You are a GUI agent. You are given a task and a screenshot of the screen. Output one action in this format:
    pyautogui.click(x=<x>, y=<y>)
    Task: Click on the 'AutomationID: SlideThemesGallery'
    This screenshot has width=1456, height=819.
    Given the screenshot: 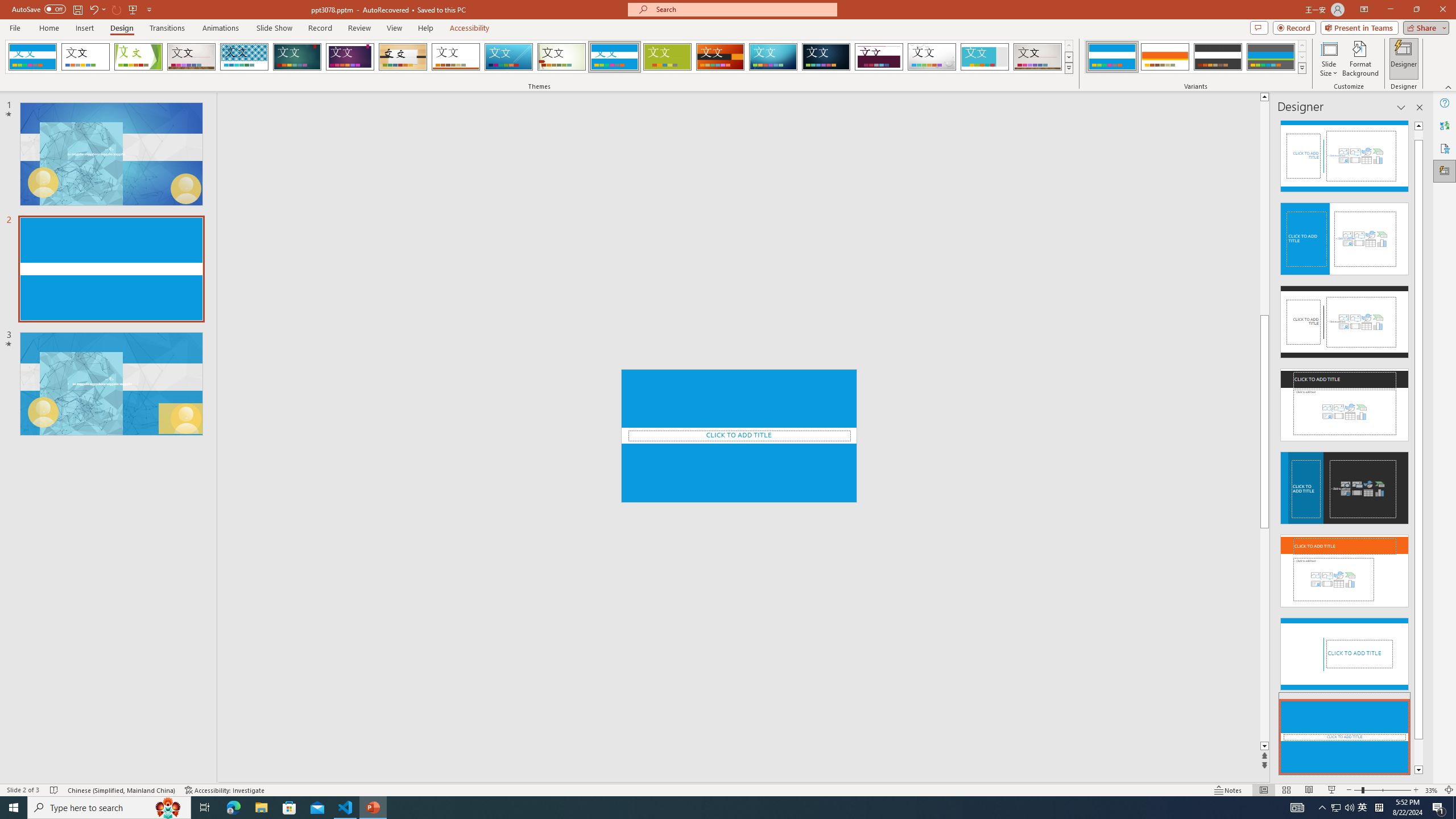 What is the action you would take?
    pyautogui.click(x=539, y=56)
    